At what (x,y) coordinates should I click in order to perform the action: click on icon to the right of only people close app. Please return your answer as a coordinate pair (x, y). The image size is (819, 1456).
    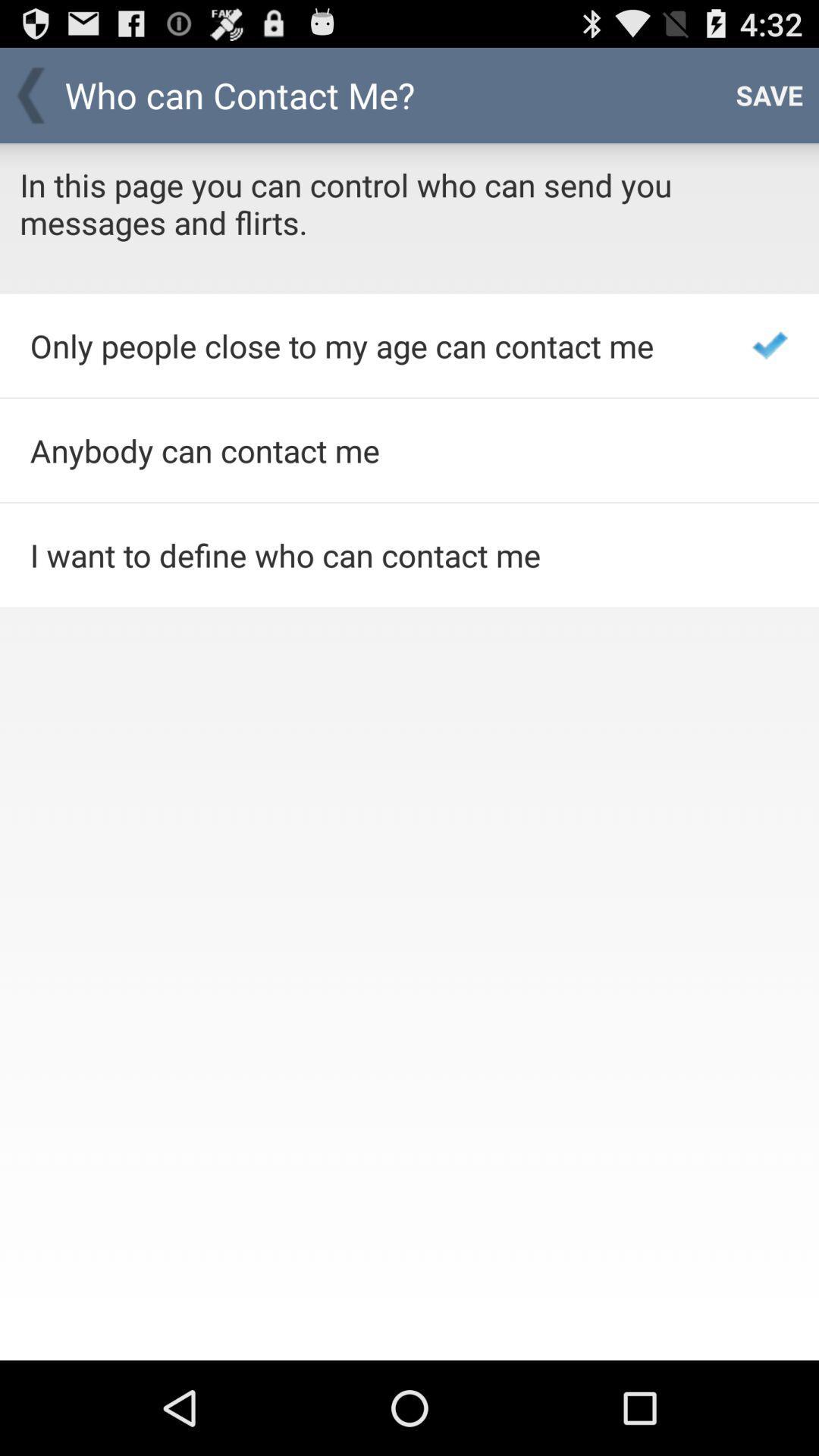
    Looking at the image, I should click on (770, 344).